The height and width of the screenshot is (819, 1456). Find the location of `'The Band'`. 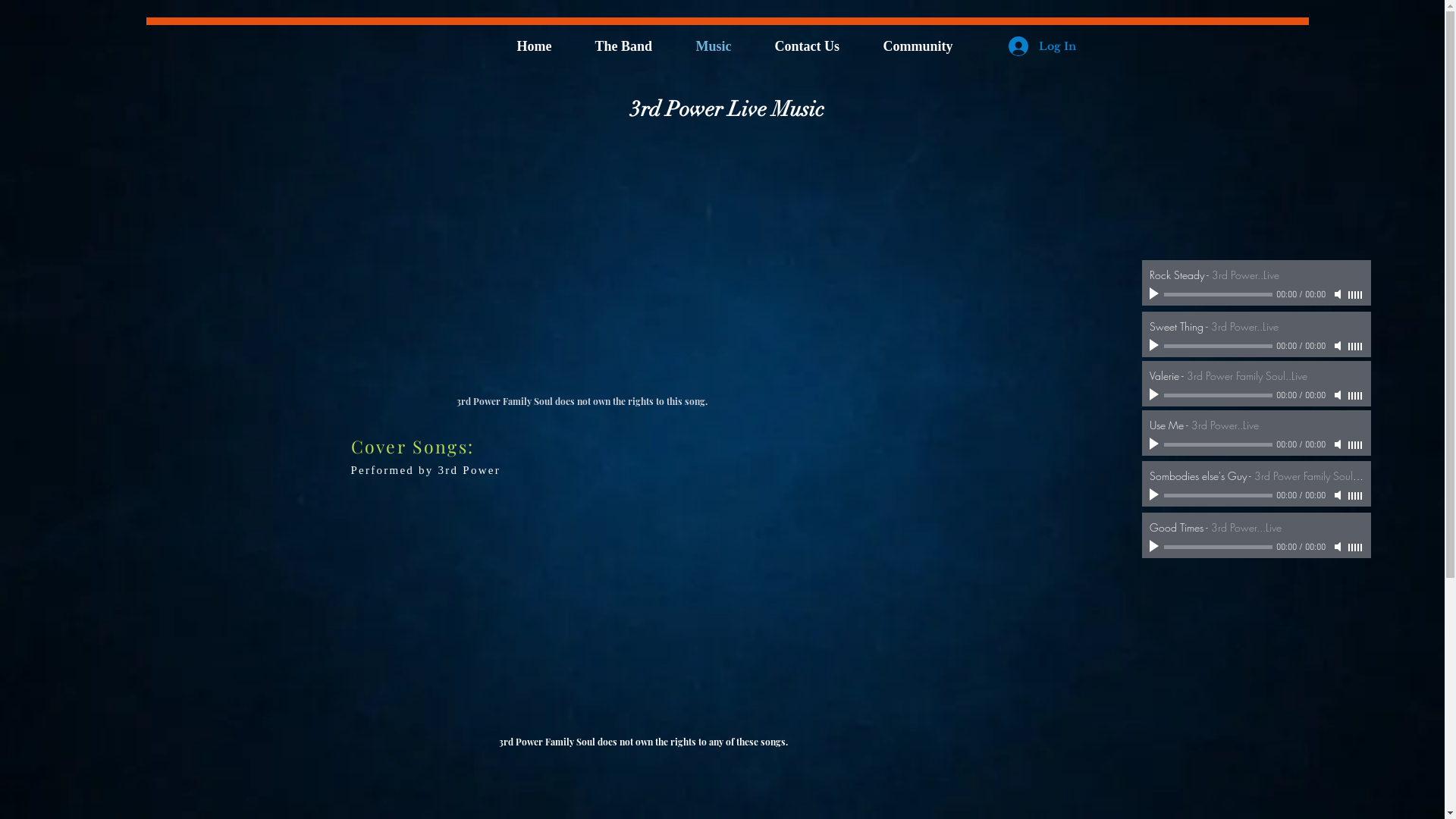

'The Band' is located at coordinates (582, 45).